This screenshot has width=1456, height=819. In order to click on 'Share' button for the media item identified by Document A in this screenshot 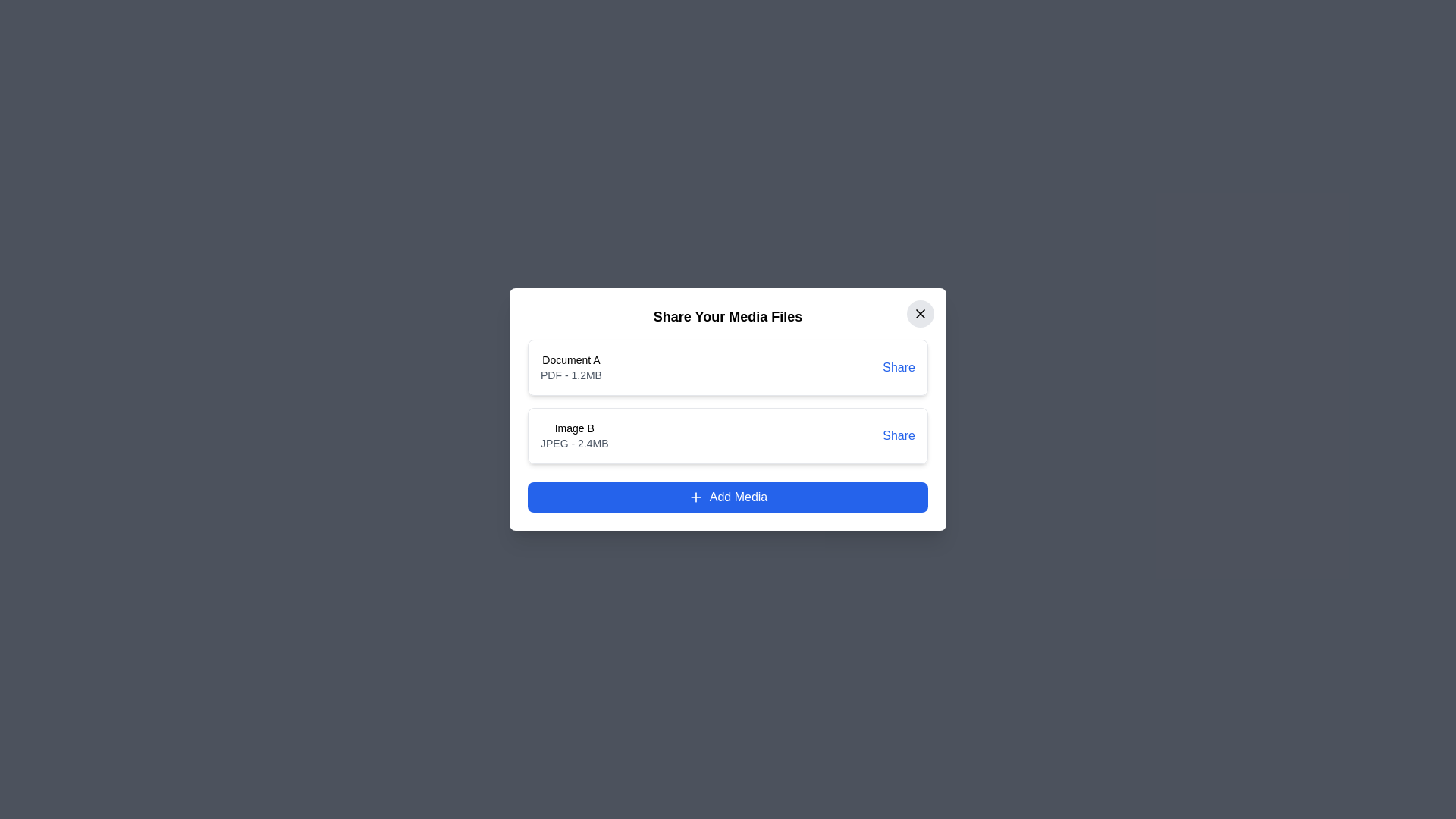, I will do `click(899, 368)`.